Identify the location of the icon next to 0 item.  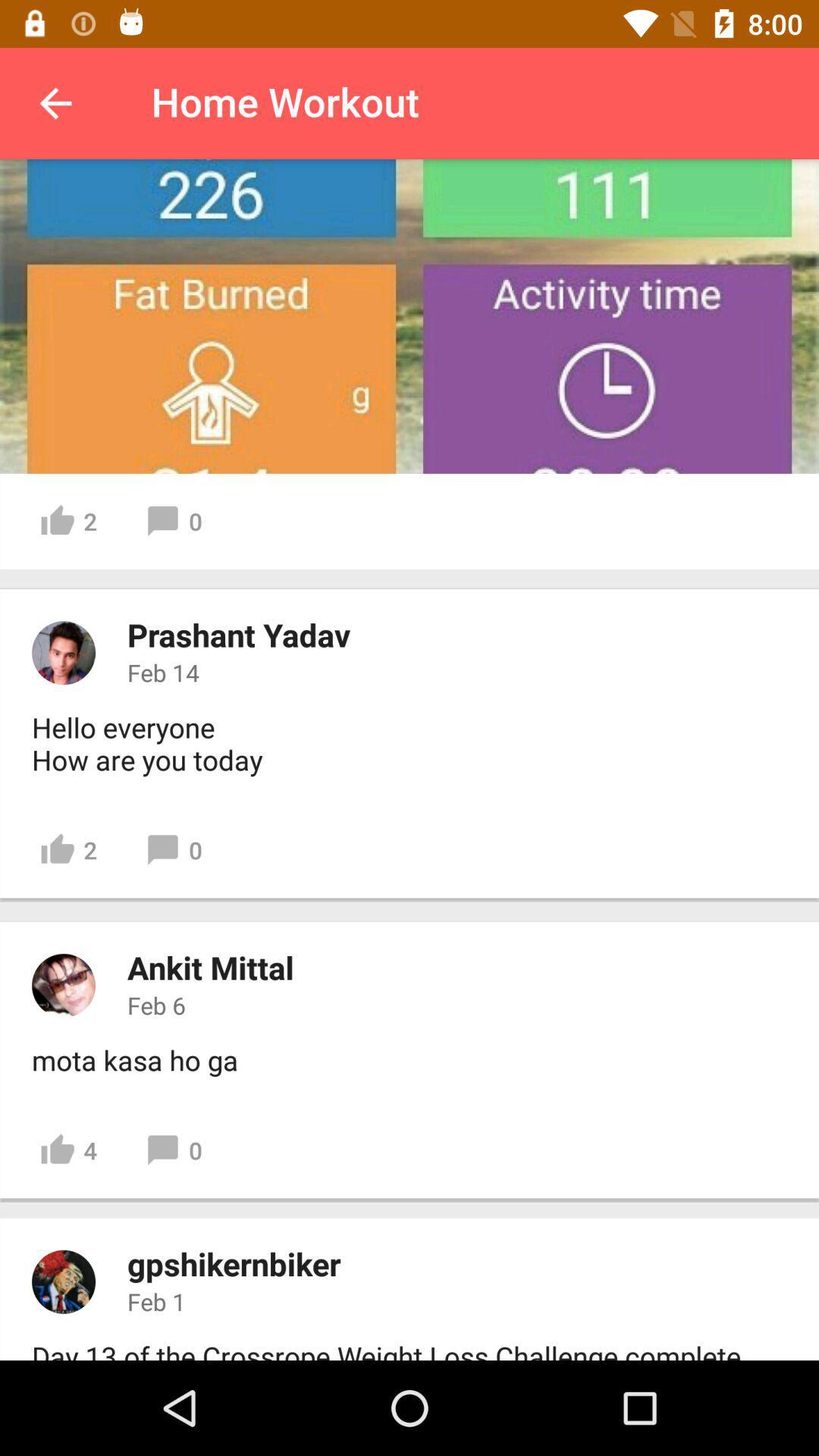
(68, 1150).